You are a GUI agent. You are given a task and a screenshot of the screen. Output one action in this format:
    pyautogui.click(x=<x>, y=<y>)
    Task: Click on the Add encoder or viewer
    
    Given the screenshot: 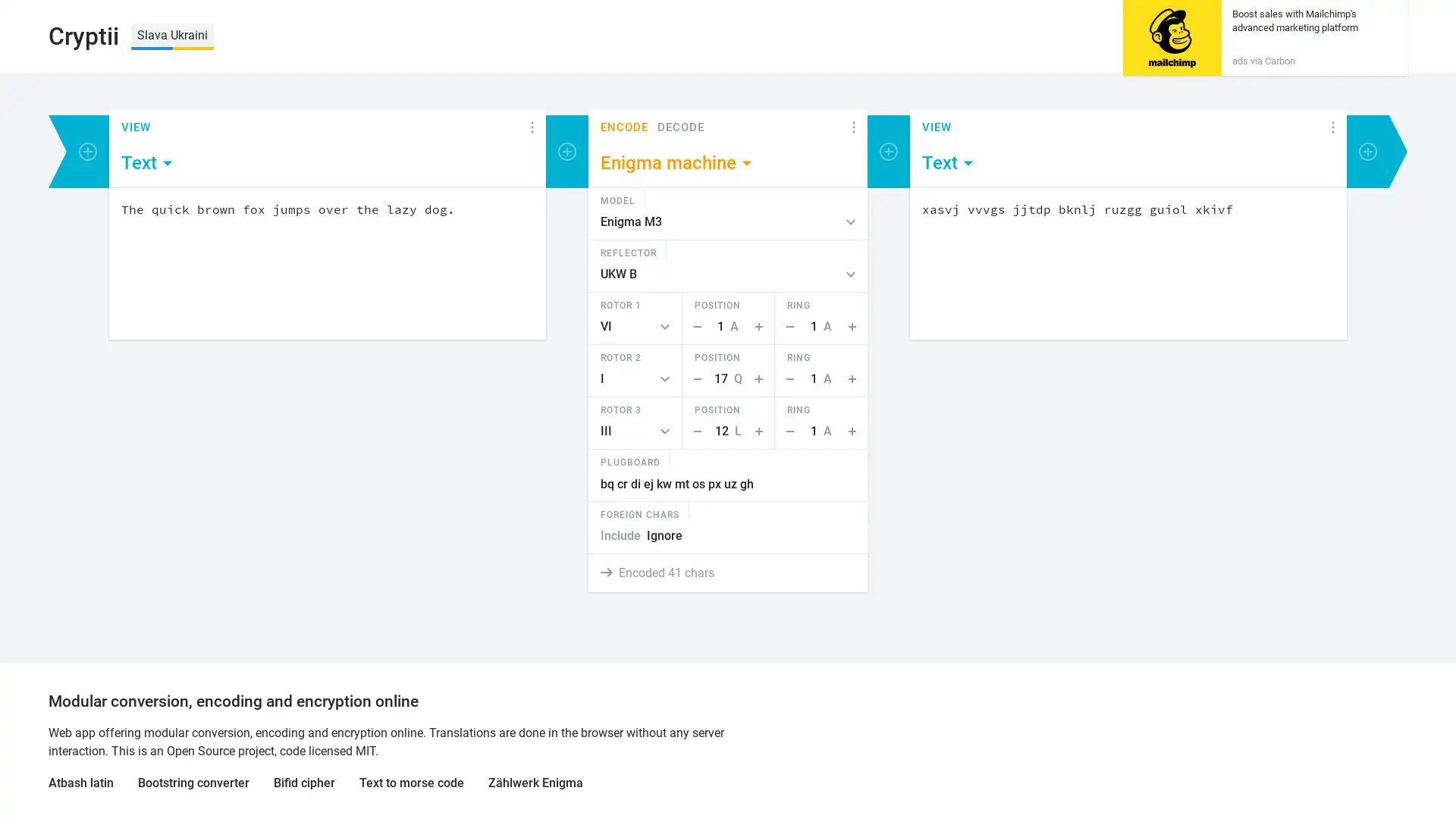 What is the action you would take?
    pyautogui.click(x=1368, y=152)
    